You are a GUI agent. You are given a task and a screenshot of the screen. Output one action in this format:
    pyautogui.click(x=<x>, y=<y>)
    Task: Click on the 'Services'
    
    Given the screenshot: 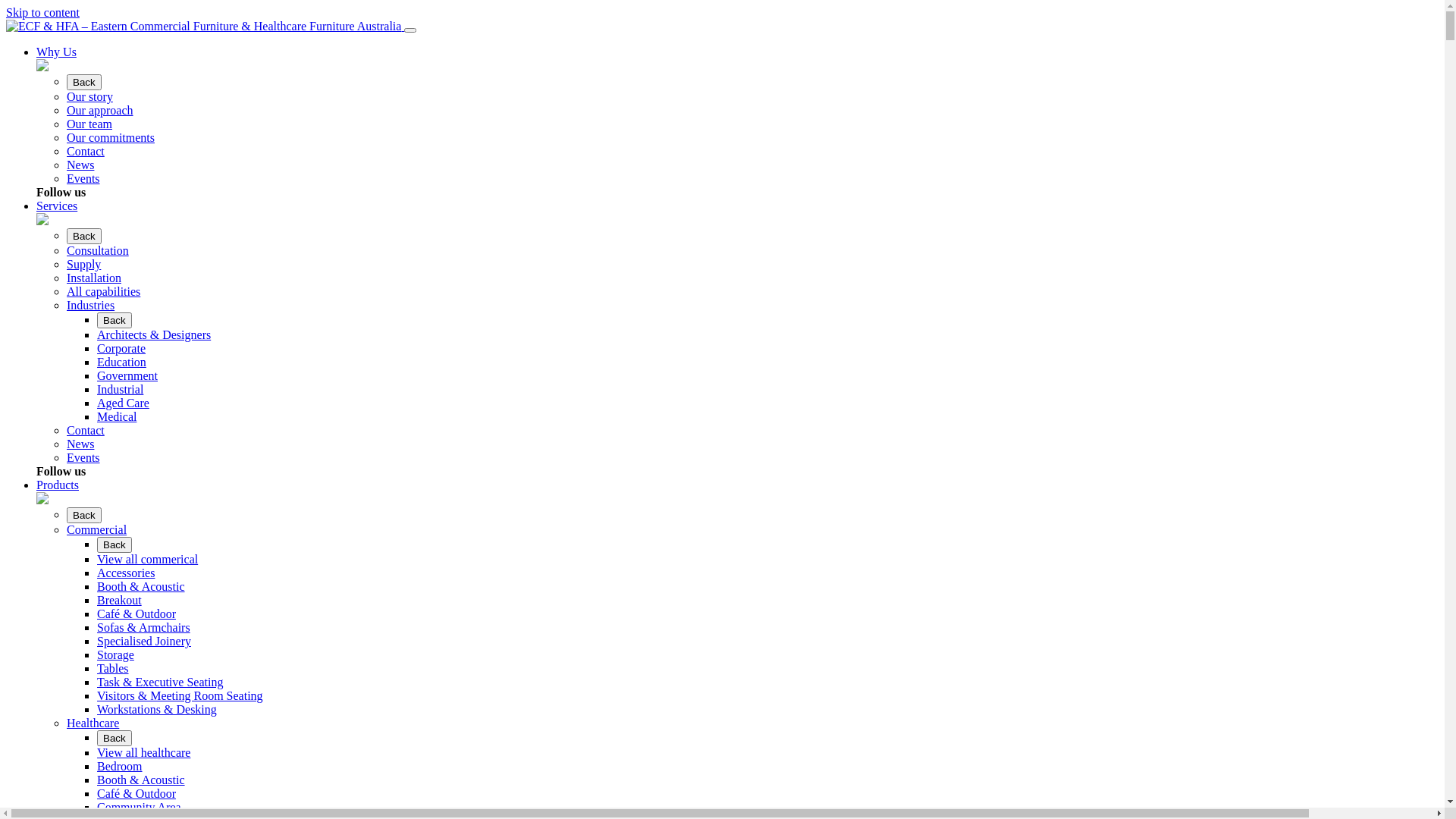 What is the action you would take?
    pyautogui.click(x=57, y=206)
    